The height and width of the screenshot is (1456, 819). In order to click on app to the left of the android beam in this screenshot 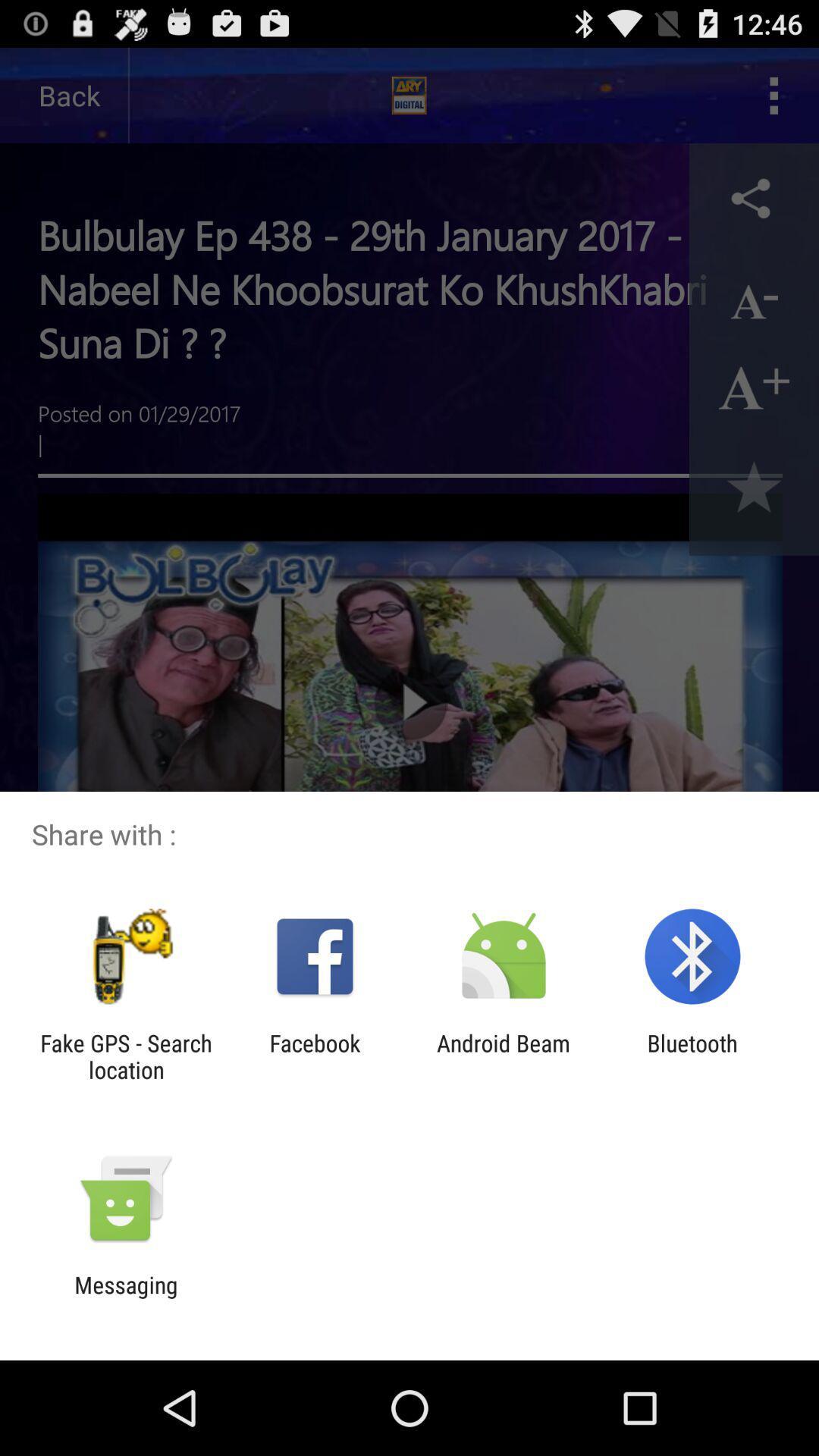, I will do `click(314, 1056)`.